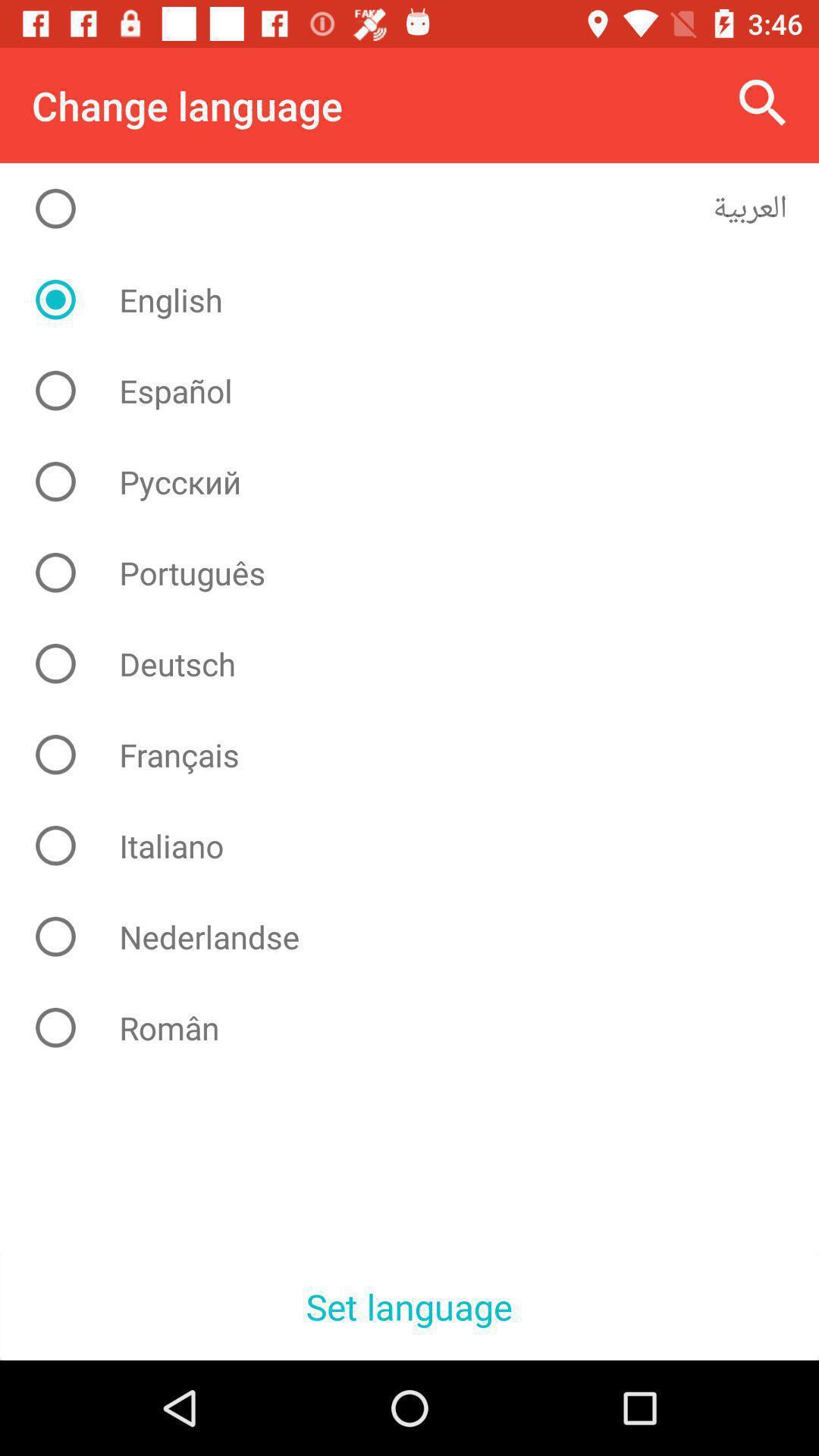 This screenshot has height=1456, width=819. I want to click on the item below italiano icon, so click(421, 936).